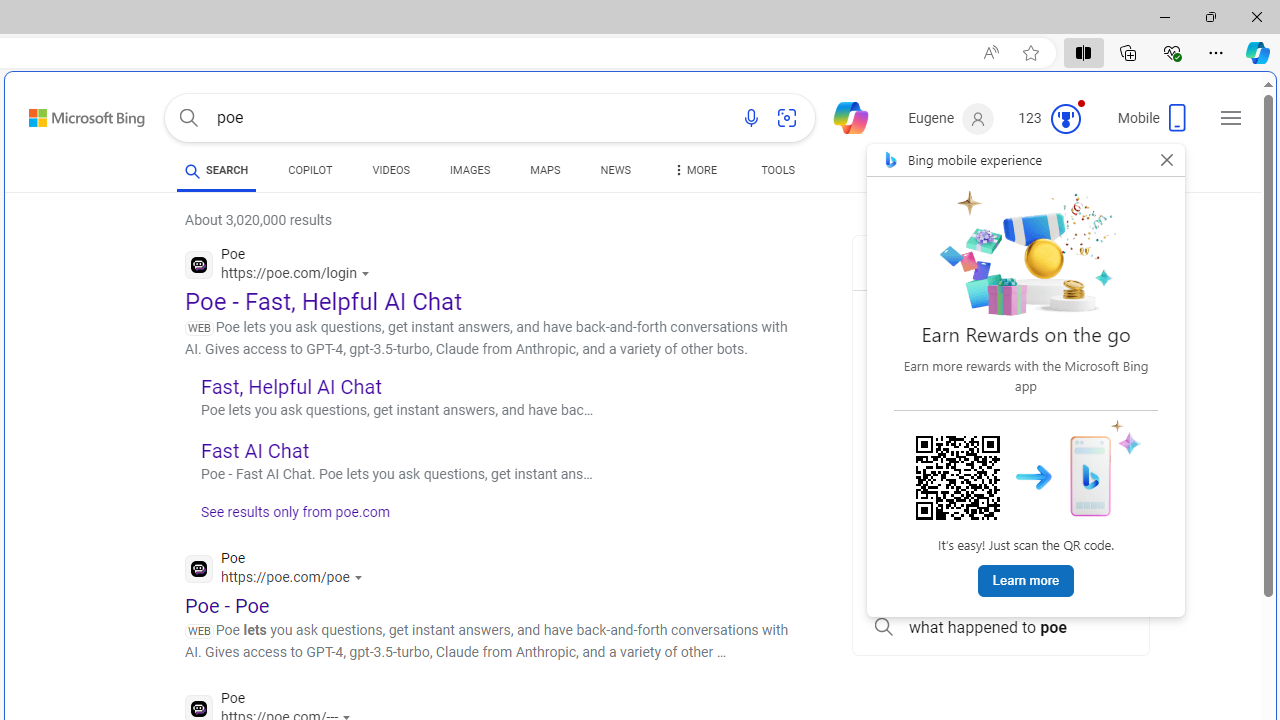 Image resolution: width=1280 pixels, height=720 pixels. What do you see at coordinates (786, 118) in the screenshot?
I see `'Search using an image'` at bounding box center [786, 118].